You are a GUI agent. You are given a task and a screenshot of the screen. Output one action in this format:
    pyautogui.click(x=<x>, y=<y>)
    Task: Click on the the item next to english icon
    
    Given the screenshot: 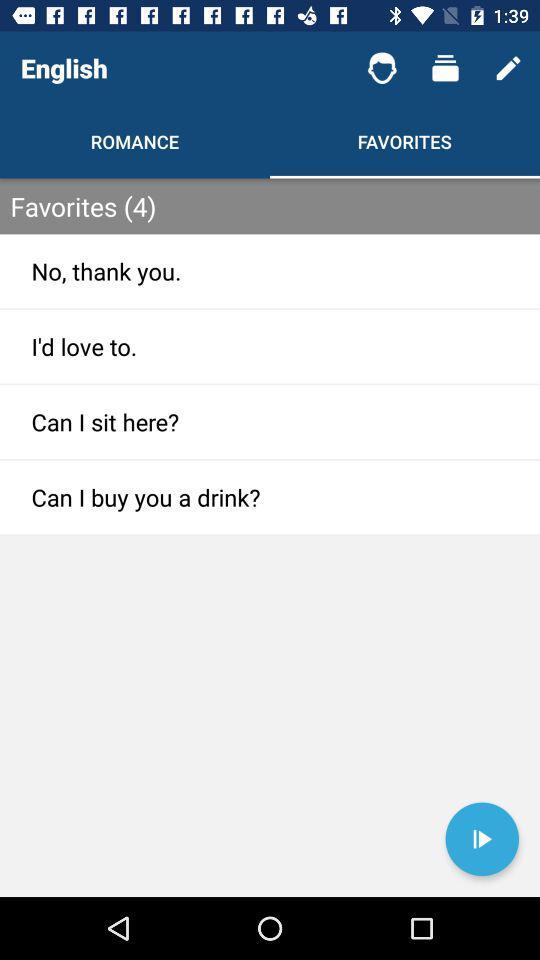 What is the action you would take?
    pyautogui.click(x=382, y=68)
    